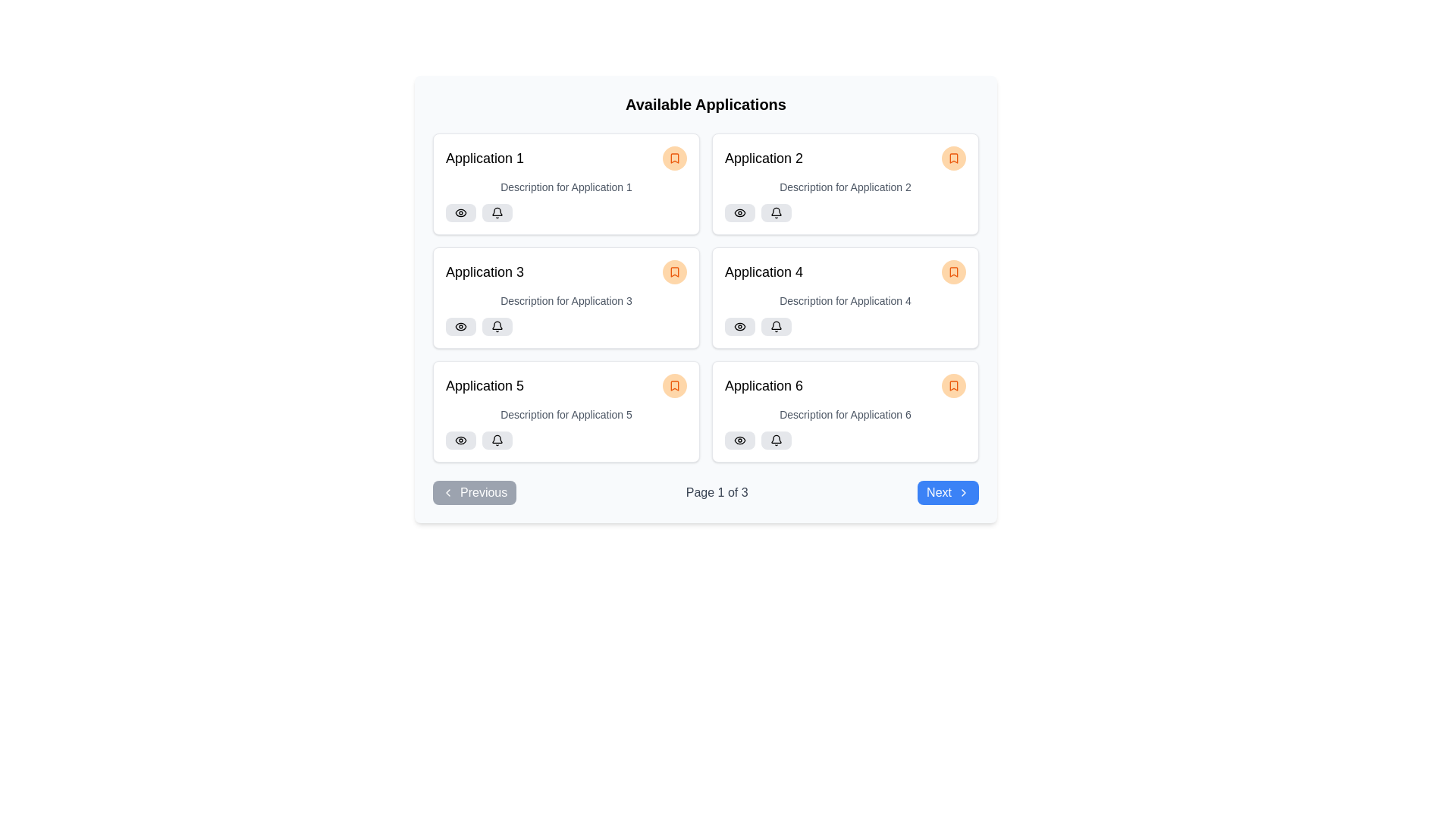  What do you see at coordinates (952, 271) in the screenshot?
I see `the small red bookmark icon located in the top-right corner of the Application 4 detail card` at bounding box center [952, 271].